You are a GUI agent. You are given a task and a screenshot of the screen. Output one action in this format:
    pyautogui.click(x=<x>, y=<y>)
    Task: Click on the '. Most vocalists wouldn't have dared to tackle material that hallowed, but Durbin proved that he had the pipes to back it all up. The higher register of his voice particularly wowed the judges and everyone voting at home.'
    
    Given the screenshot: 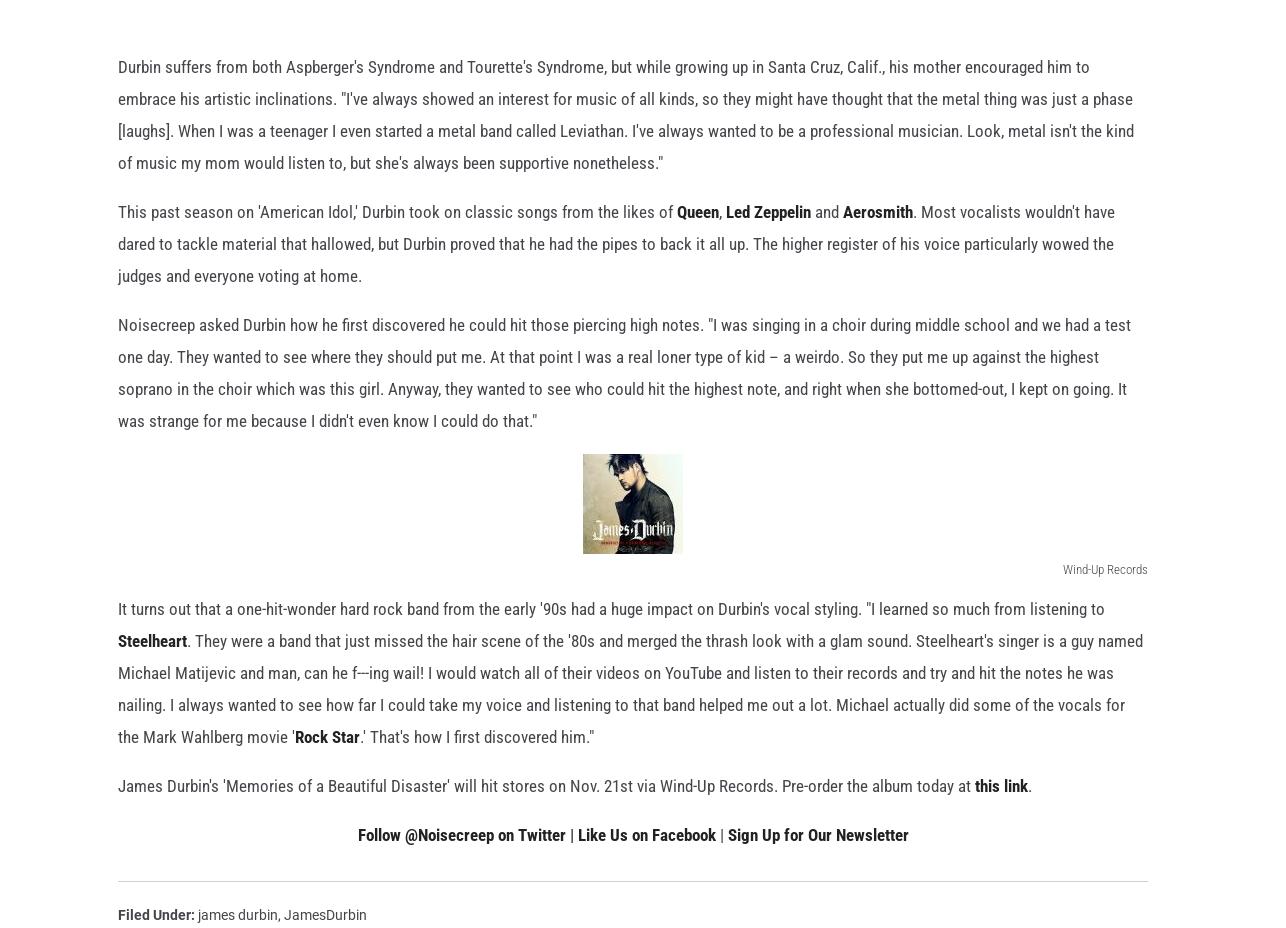 What is the action you would take?
    pyautogui.click(x=118, y=274)
    